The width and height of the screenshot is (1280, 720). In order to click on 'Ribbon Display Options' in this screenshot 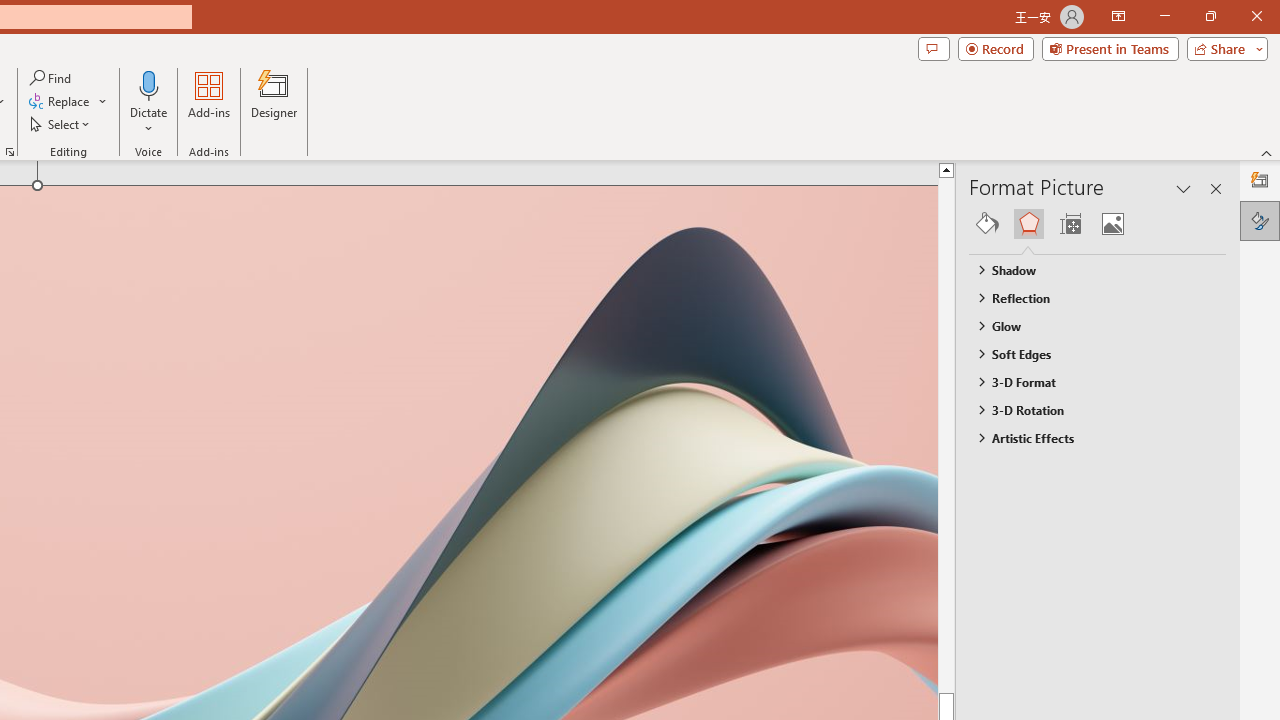, I will do `click(1117, 16)`.